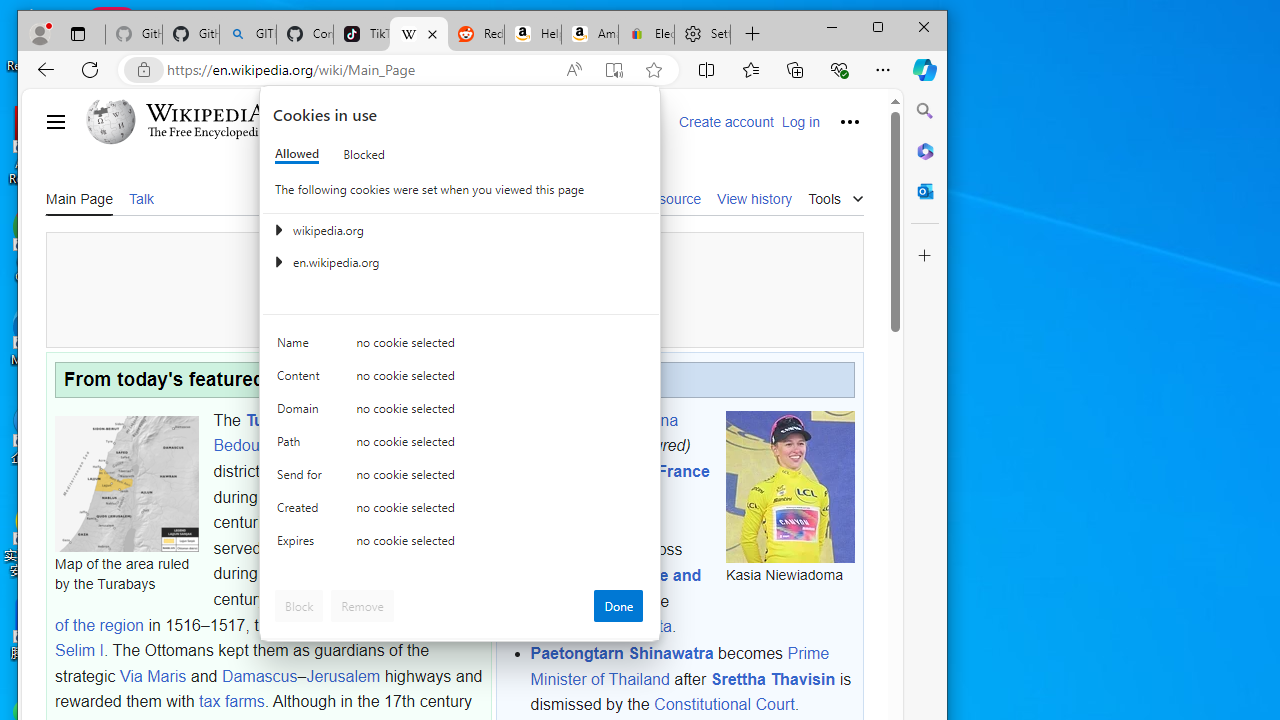  Describe the element at coordinates (301, 380) in the screenshot. I see `'Content'` at that location.